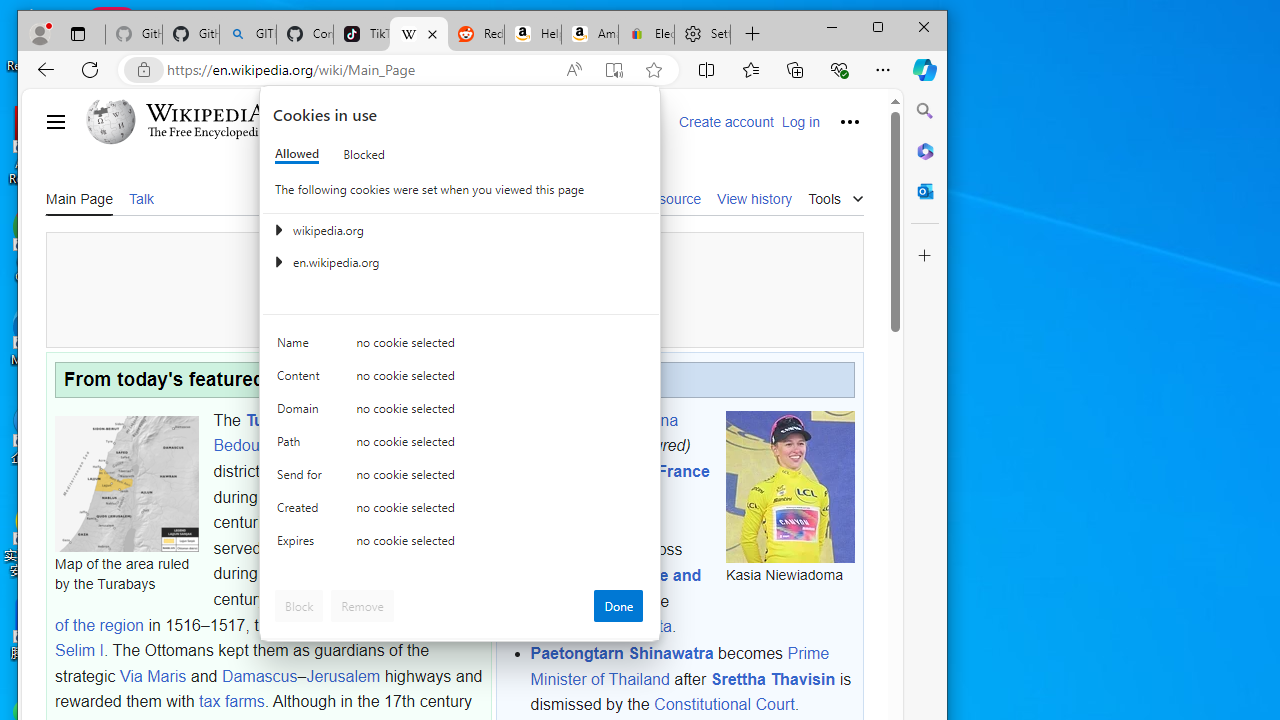  Describe the element at coordinates (301, 380) in the screenshot. I see `'Content'` at that location.